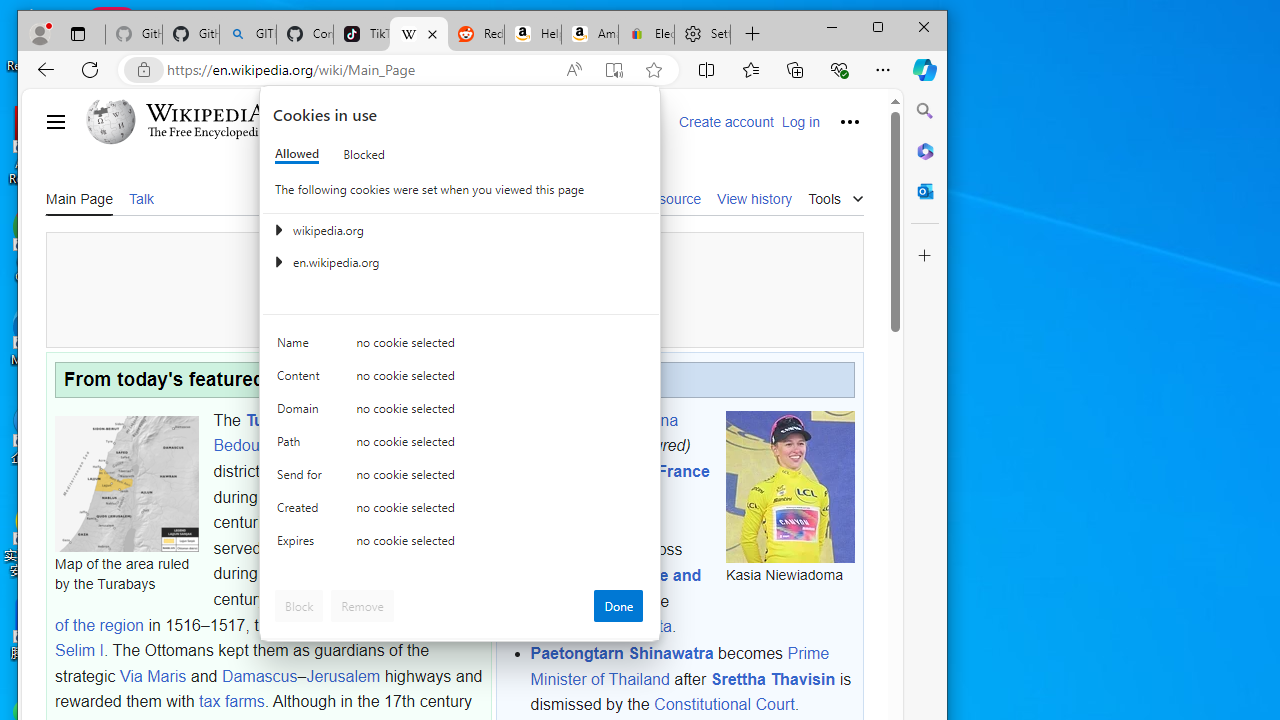  Describe the element at coordinates (301, 380) in the screenshot. I see `'Content'` at that location.